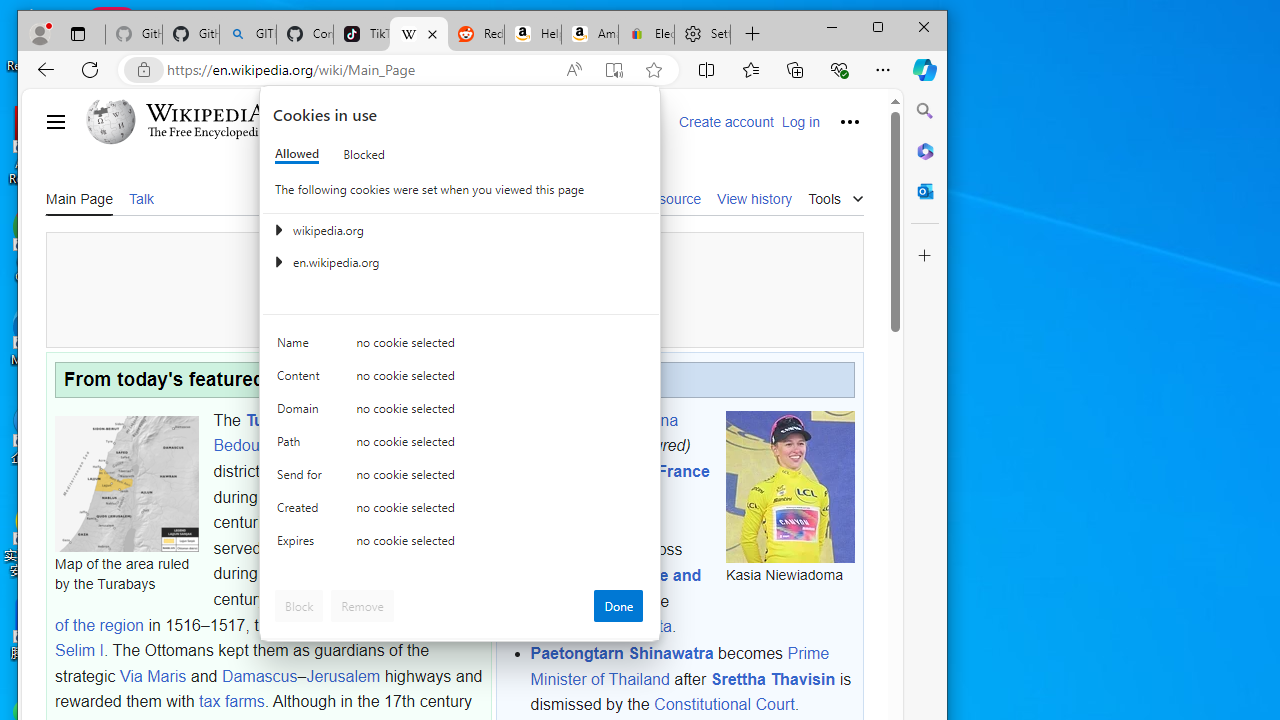  Describe the element at coordinates (301, 380) in the screenshot. I see `'Content'` at that location.